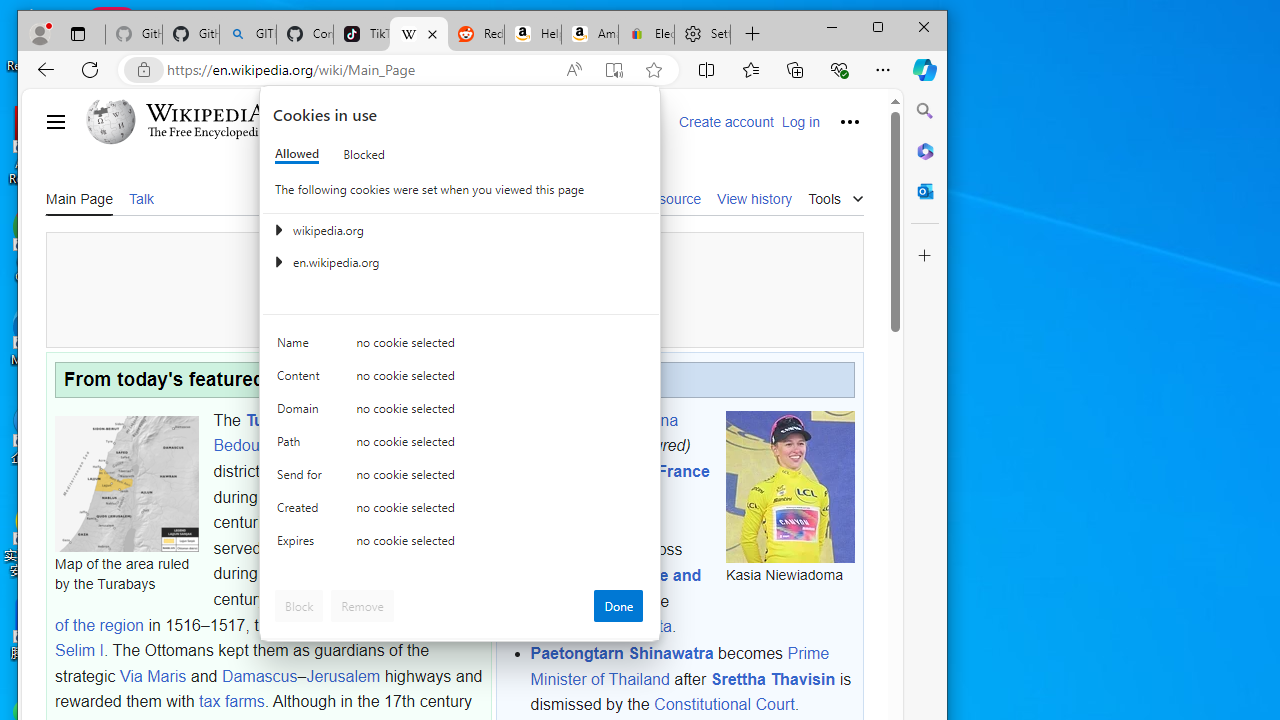  Describe the element at coordinates (301, 380) in the screenshot. I see `'Content'` at that location.